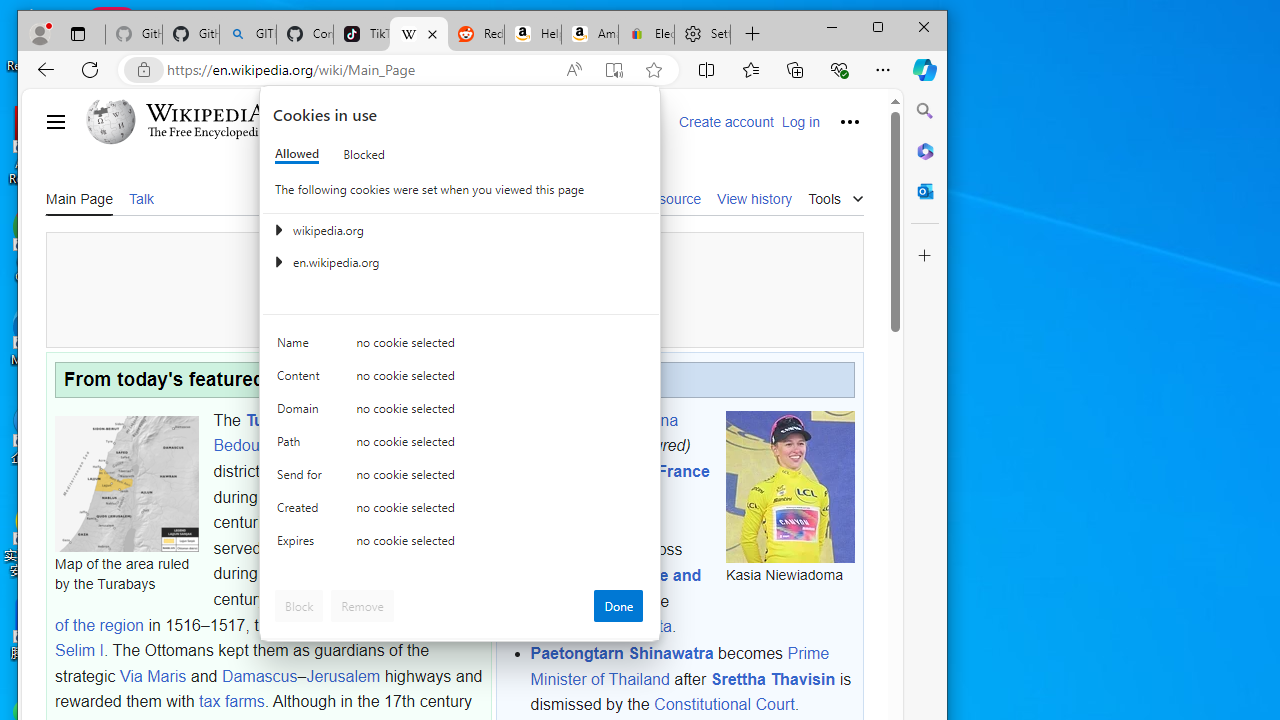  Describe the element at coordinates (301, 380) in the screenshot. I see `'Content'` at that location.